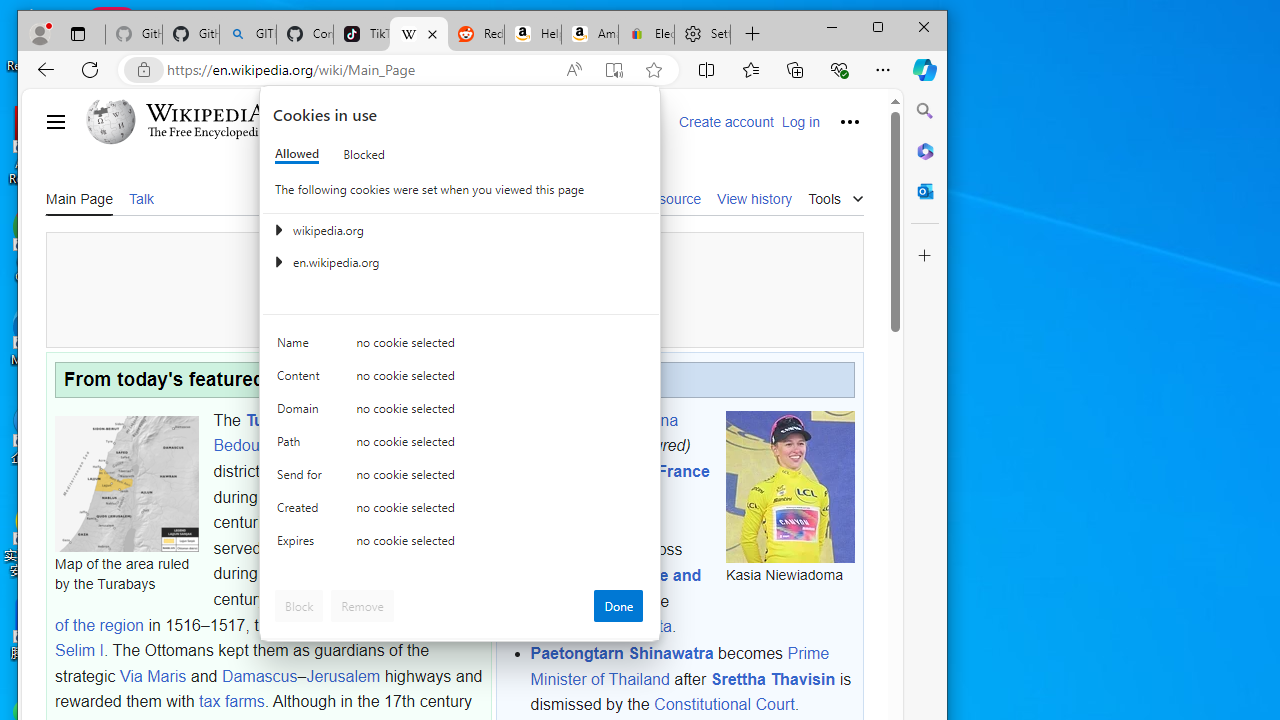  Describe the element at coordinates (301, 380) in the screenshot. I see `'Content'` at that location.